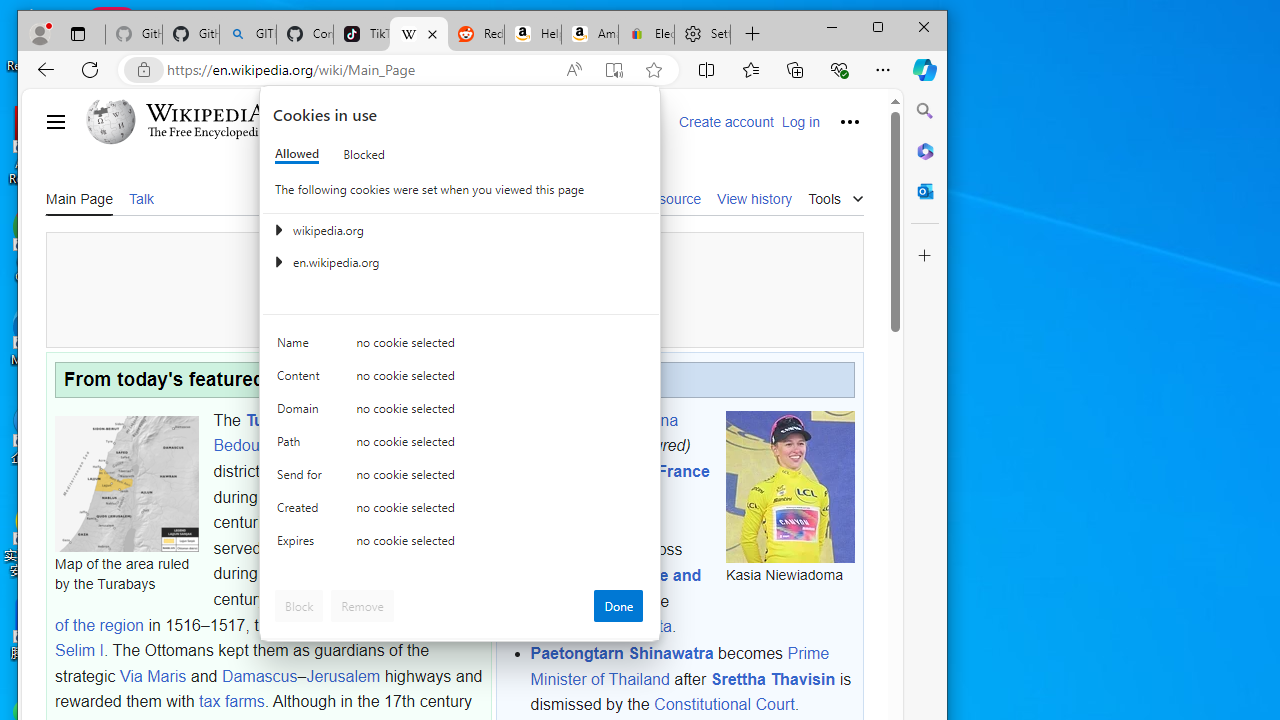  Describe the element at coordinates (301, 380) in the screenshot. I see `'Content'` at that location.